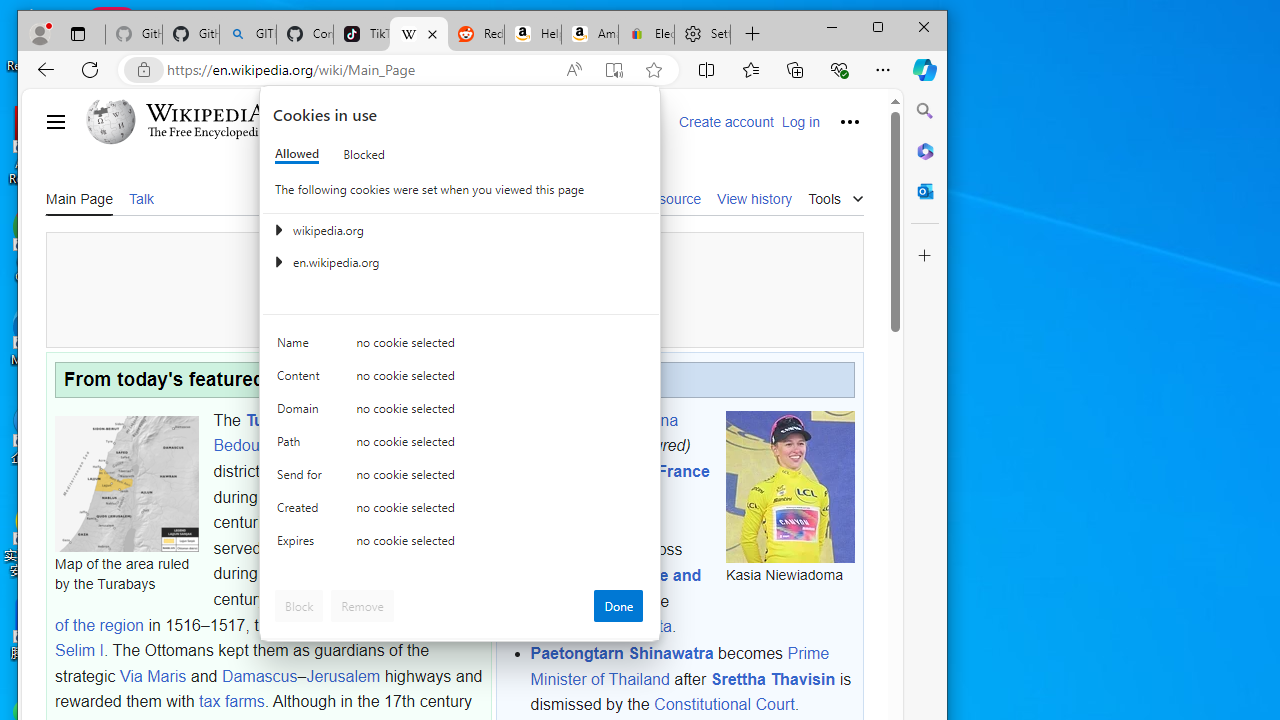  Describe the element at coordinates (301, 380) in the screenshot. I see `'Content'` at that location.